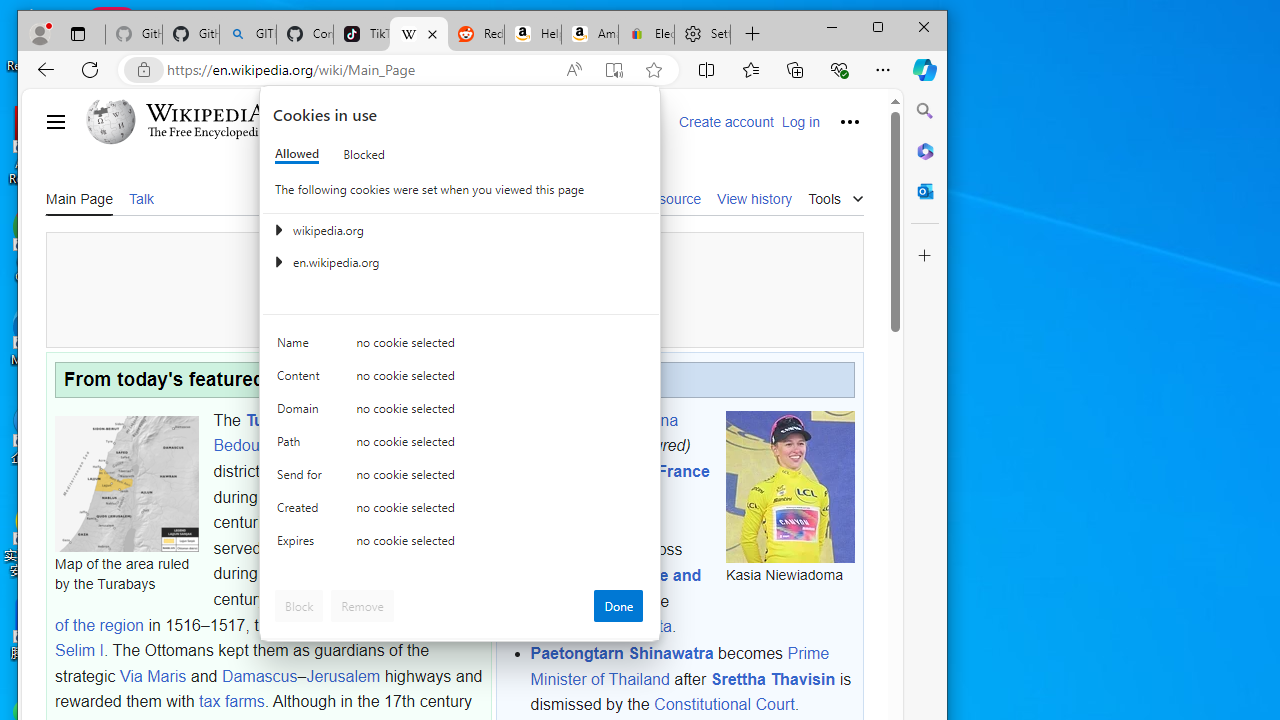  Describe the element at coordinates (301, 380) in the screenshot. I see `'Content'` at that location.